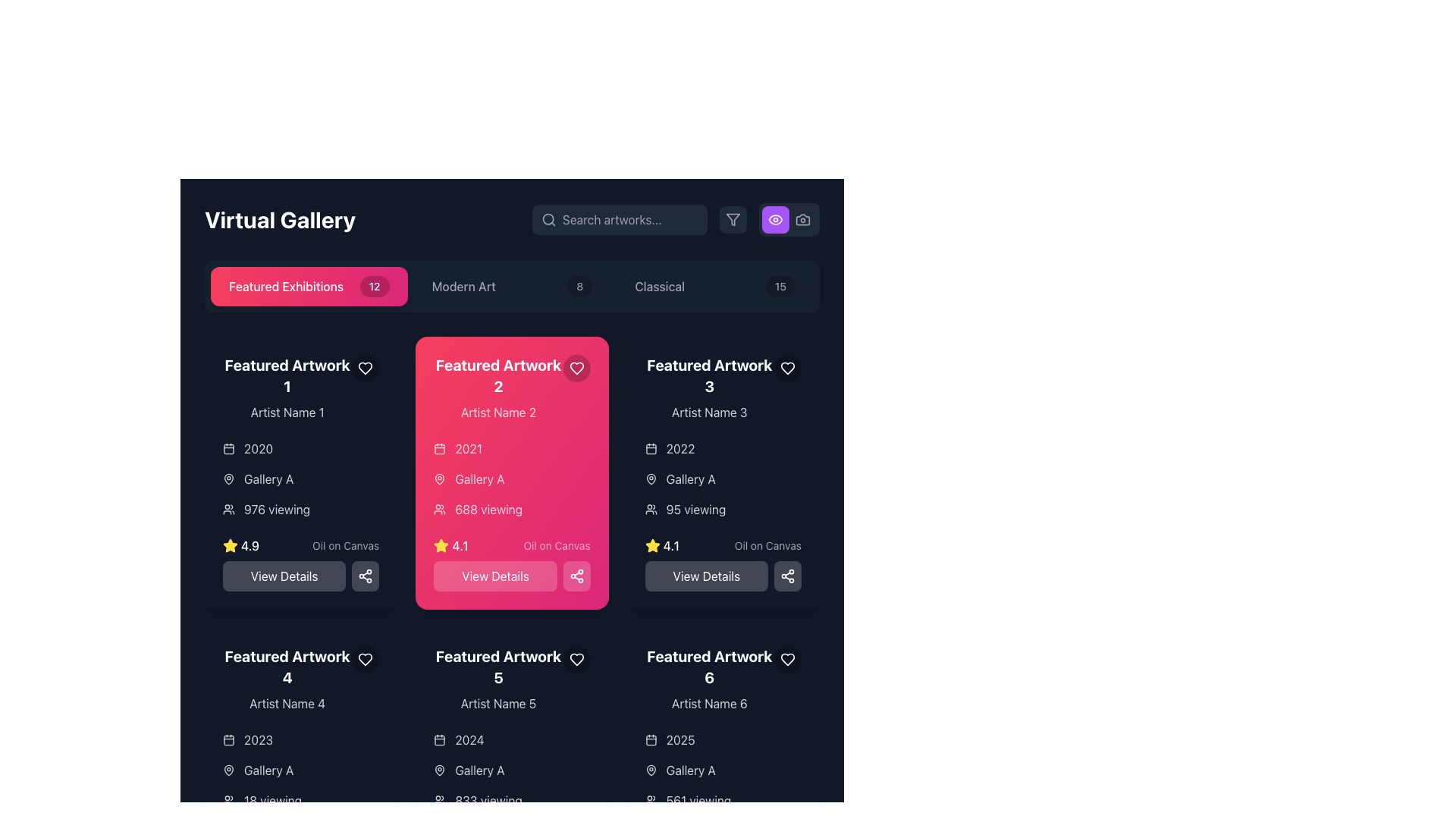  I want to click on the map pin icon located within the second card labeled 'Featured Artwork 2' adjacent to 'Gallery A' as part of the overall icon, so click(228, 479).